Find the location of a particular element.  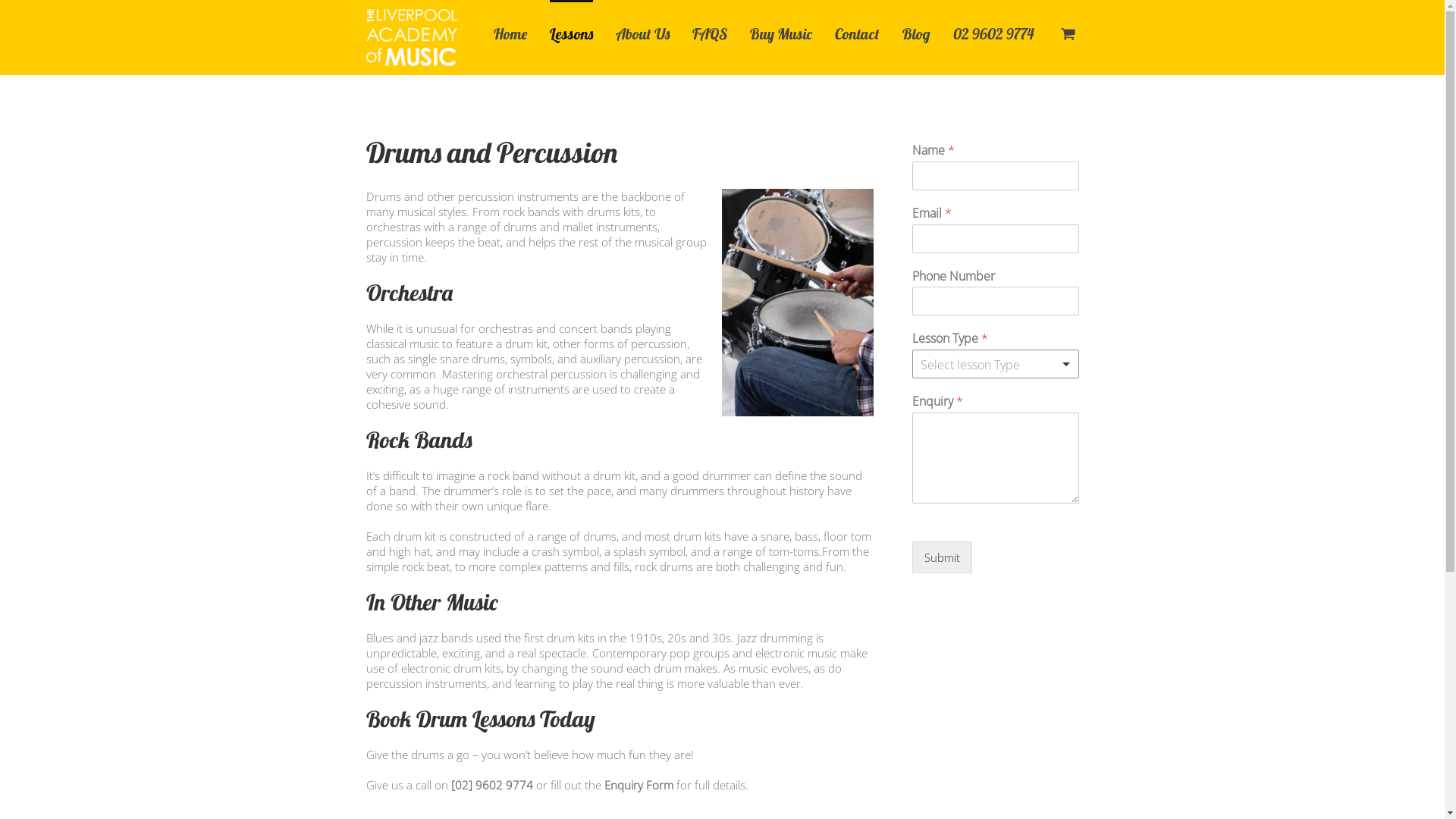

'Lessons' is located at coordinates (548, 32).